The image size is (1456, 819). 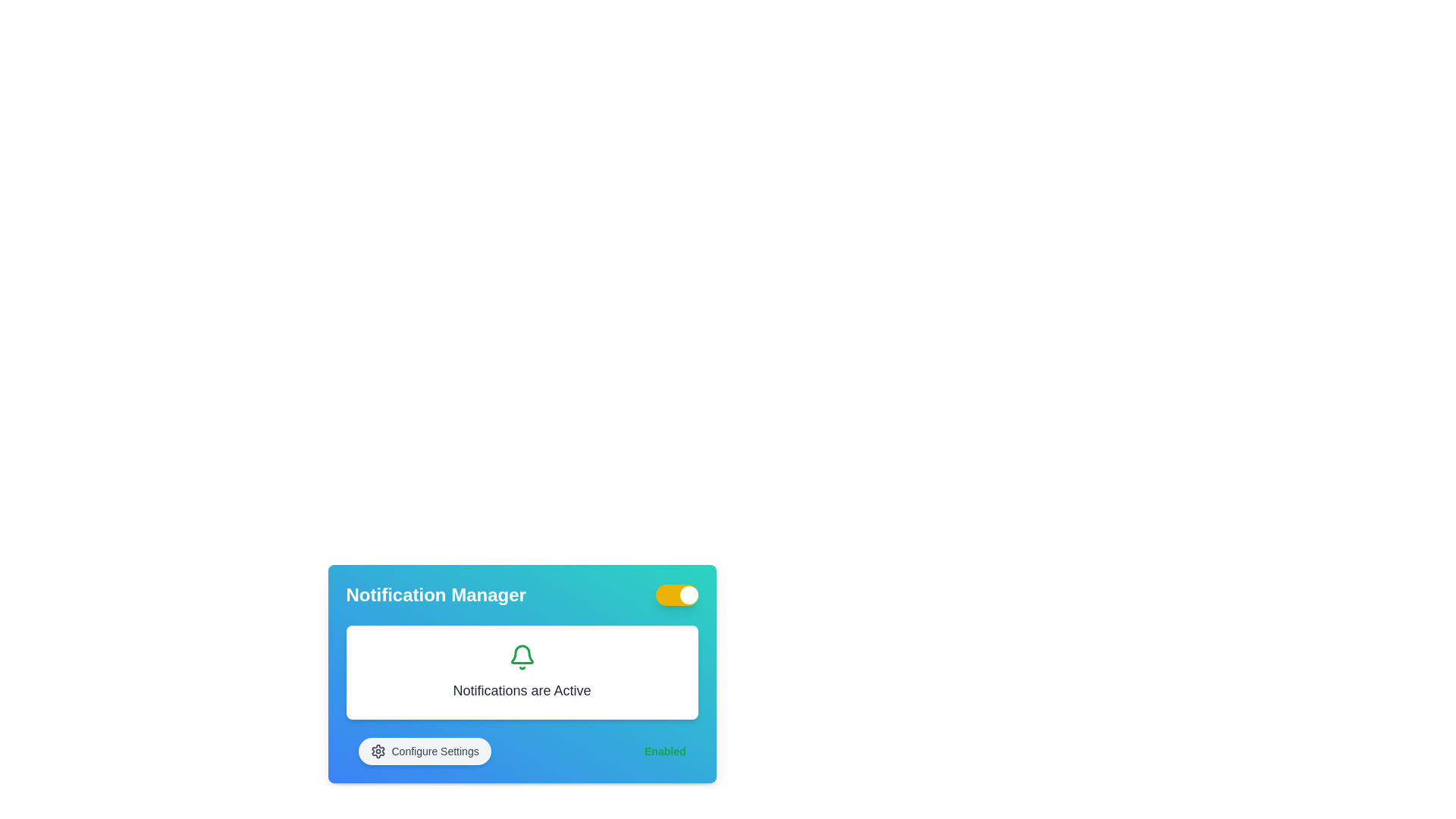 I want to click on the graphical icon component representing the settings feature, which is part of the cogwheel shape located in the lower right quadrant of the main application interface, so click(x=378, y=752).